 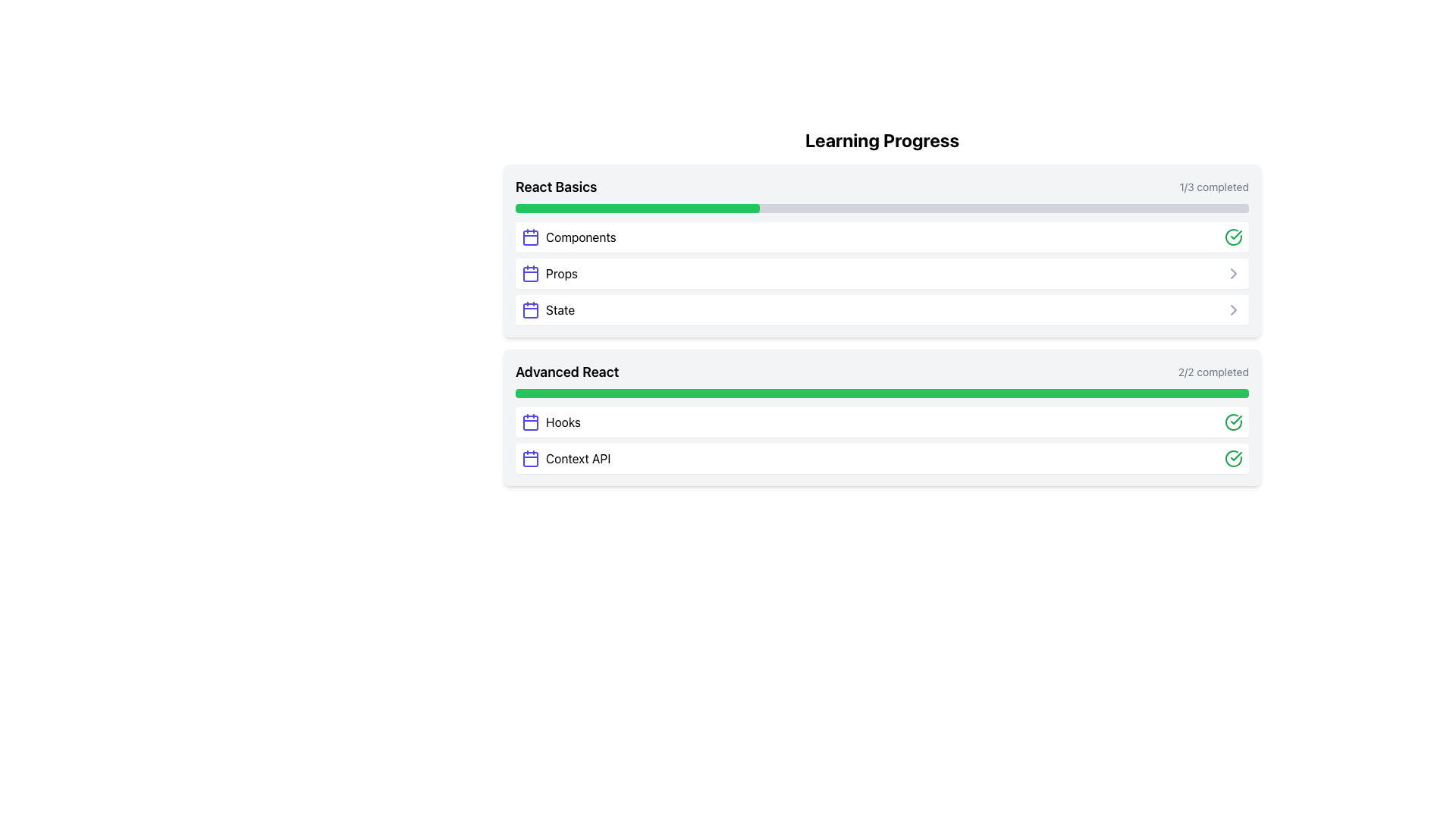 I want to click on the Text Label displaying '1/3 completed', which is styled in gray and positioned on the right side of the 'Learning Progress' section, so click(x=1214, y=186).